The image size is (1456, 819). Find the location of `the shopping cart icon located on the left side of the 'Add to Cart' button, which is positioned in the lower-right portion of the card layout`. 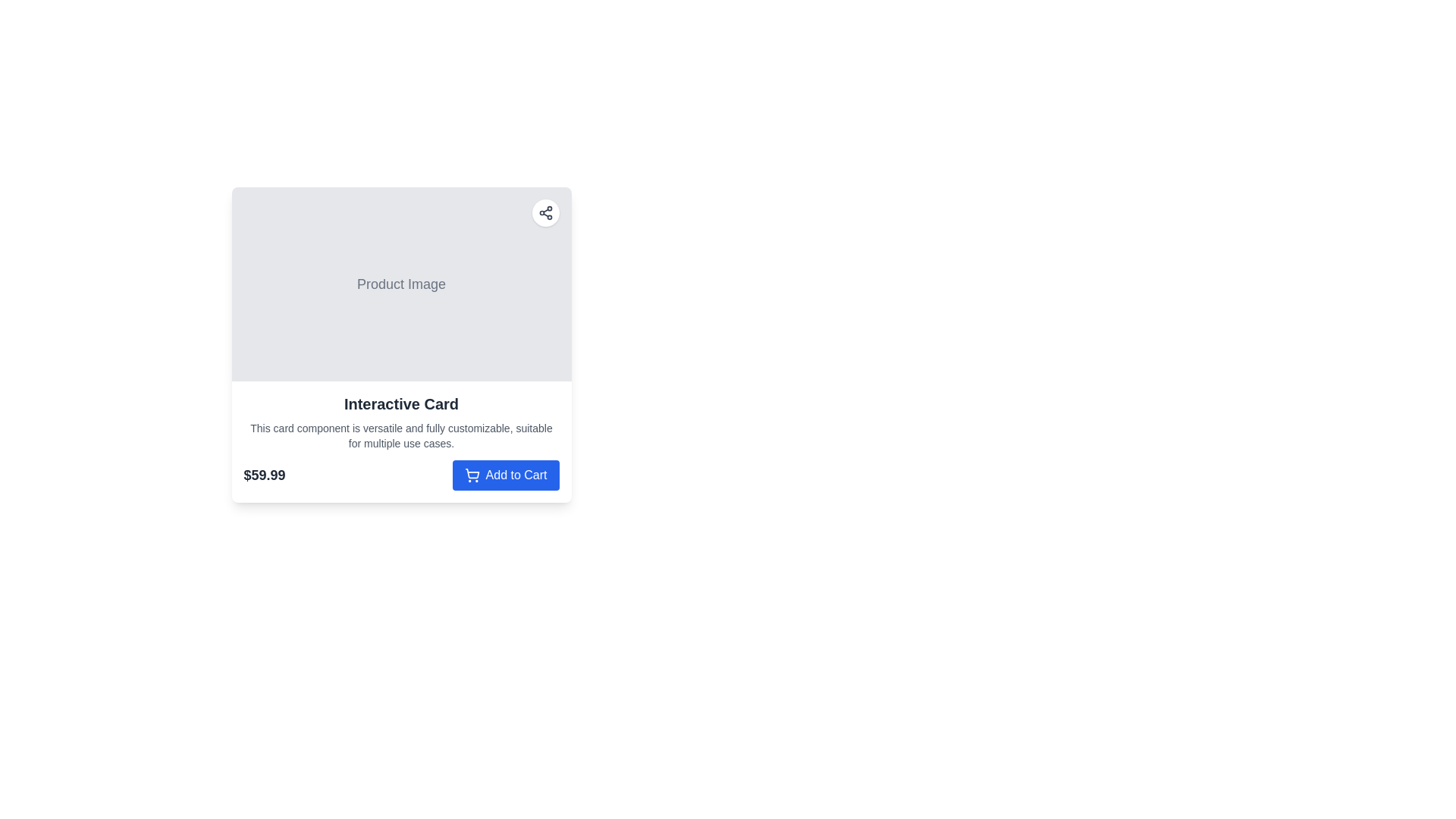

the shopping cart icon located on the left side of the 'Add to Cart' button, which is positioned in the lower-right portion of the card layout is located at coordinates (471, 475).